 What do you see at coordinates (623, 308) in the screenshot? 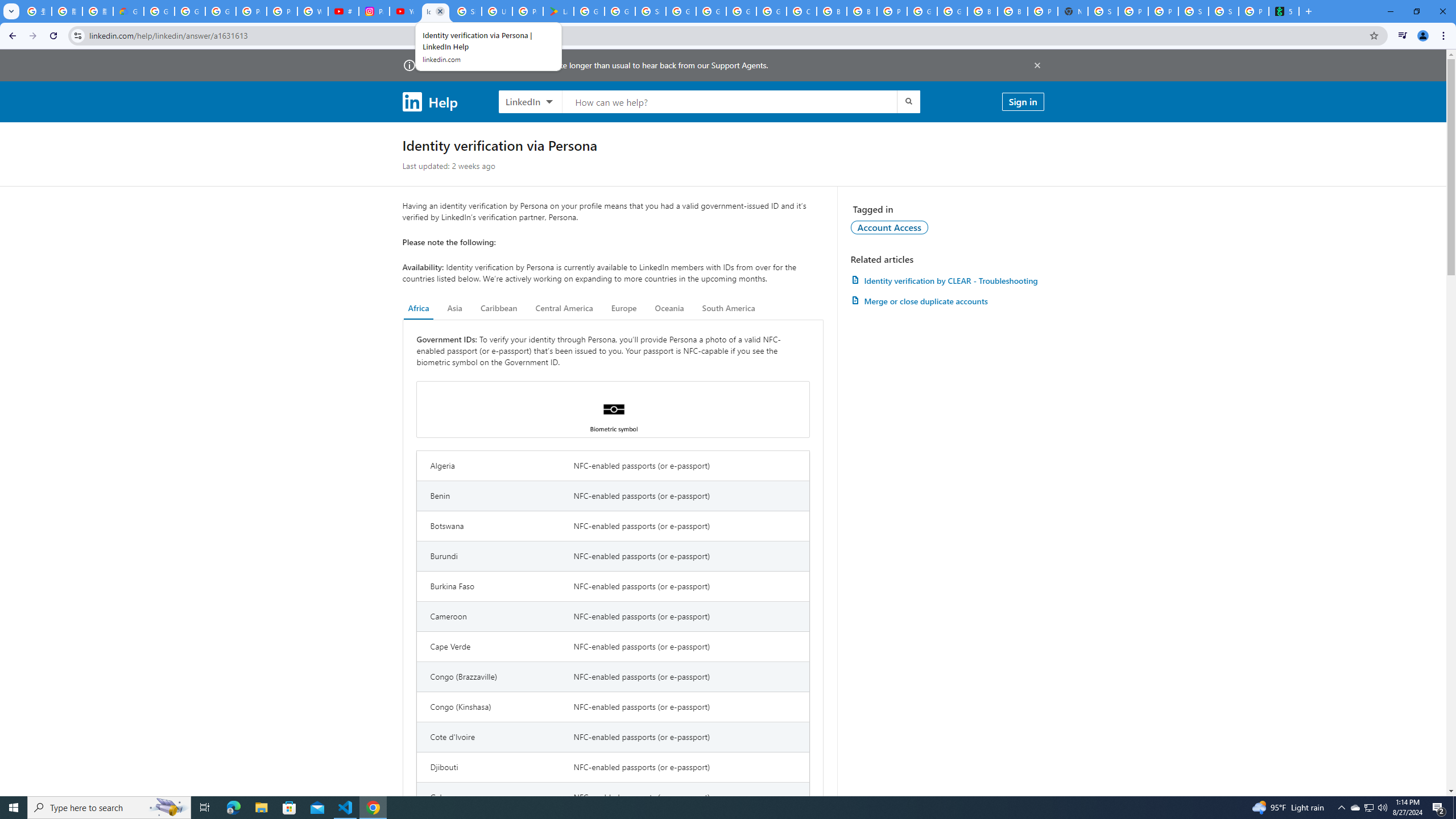
I see `'Europe'` at bounding box center [623, 308].